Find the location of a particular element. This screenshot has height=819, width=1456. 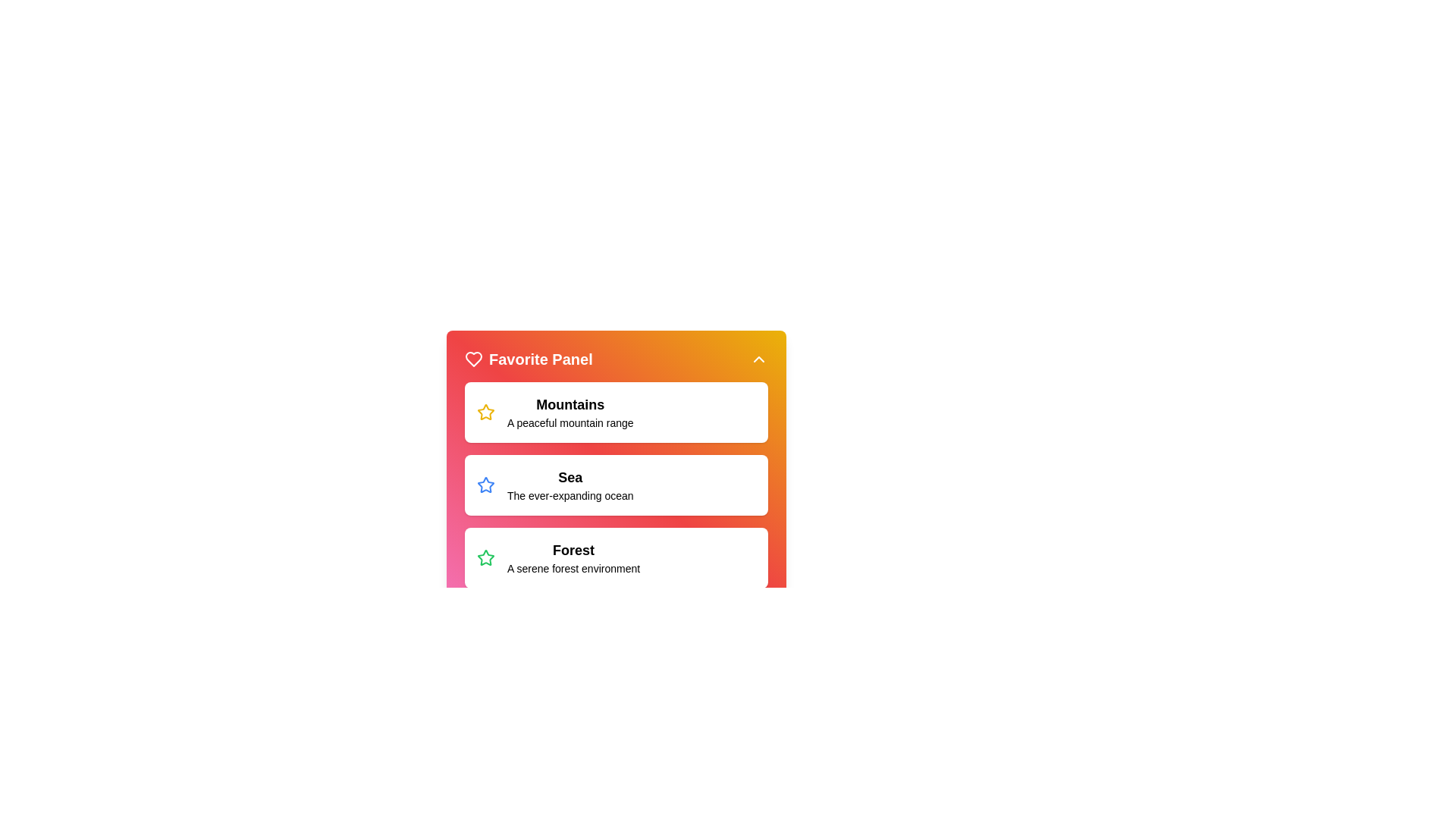

the green star icon with a white interior located near the label 'Forest' in the 'Favorite Panel' is located at coordinates (486, 557).